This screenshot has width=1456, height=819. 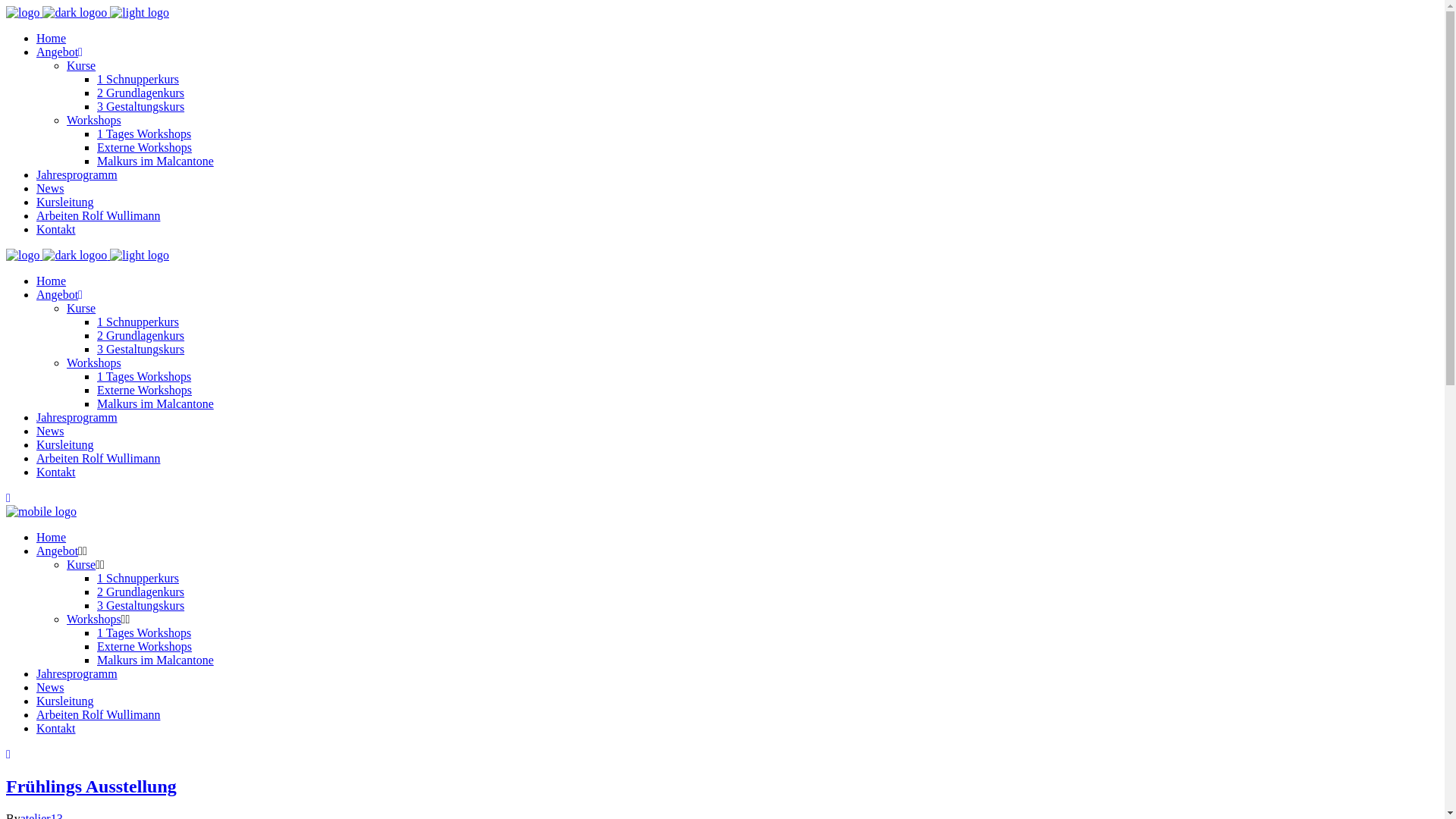 What do you see at coordinates (55, 727) in the screenshot?
I see `'Kontakt'` at bounding box center [55, 727].